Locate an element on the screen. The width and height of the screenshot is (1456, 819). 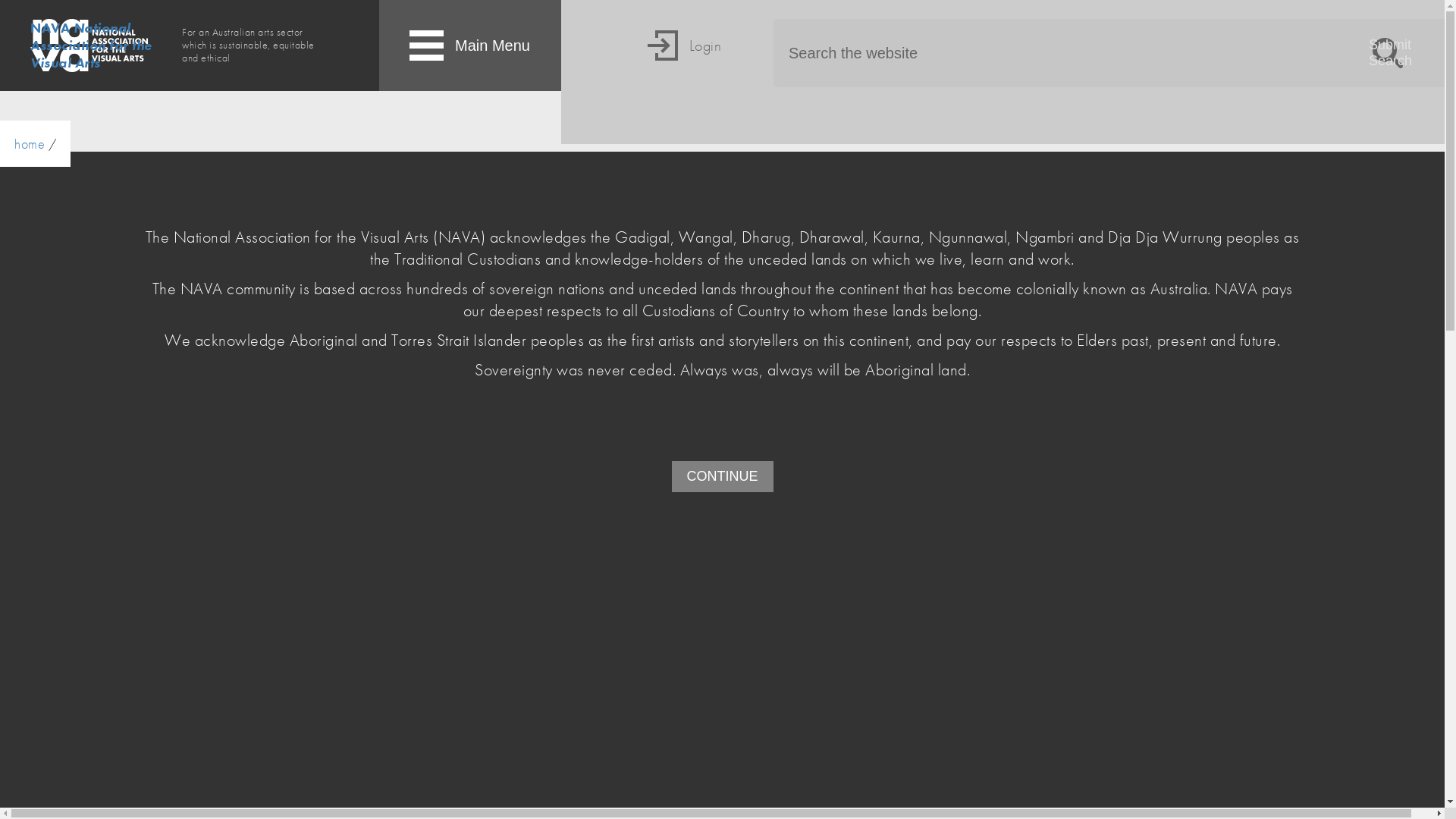
'home' is located at coordinates (29, 143).